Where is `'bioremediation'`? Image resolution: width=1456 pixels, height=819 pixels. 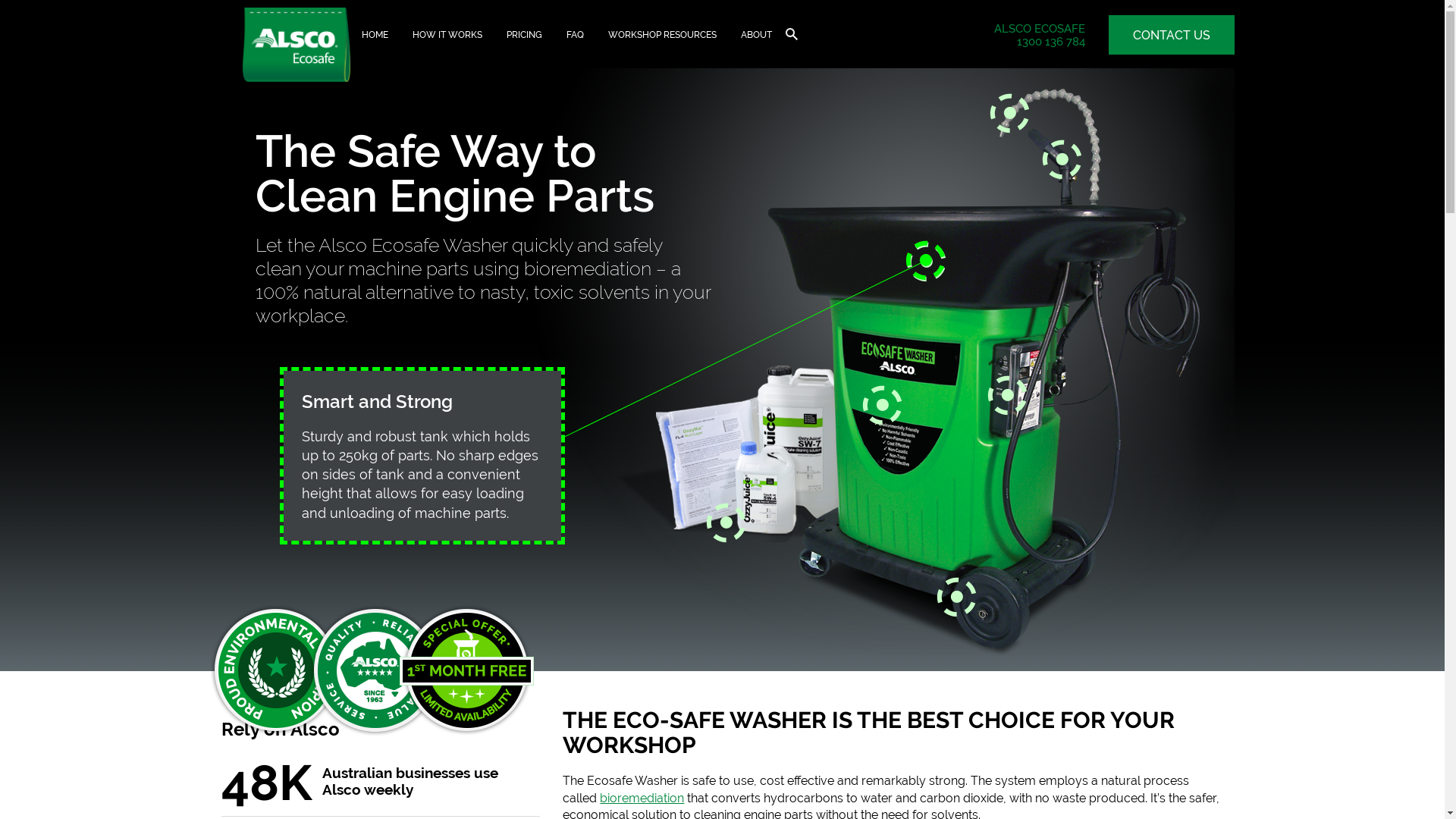
'bioremediation' is located at coordinates (642, 797).